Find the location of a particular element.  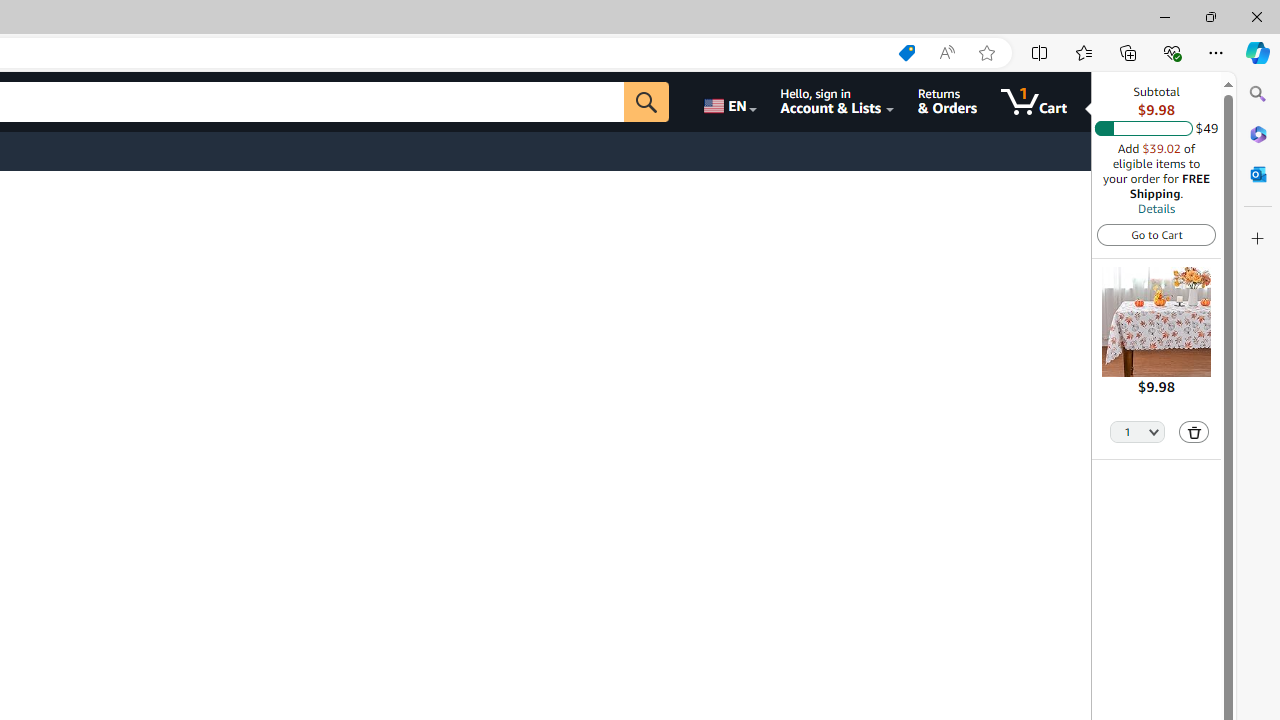

'Favorites' is located at coordinates (1082, 51).